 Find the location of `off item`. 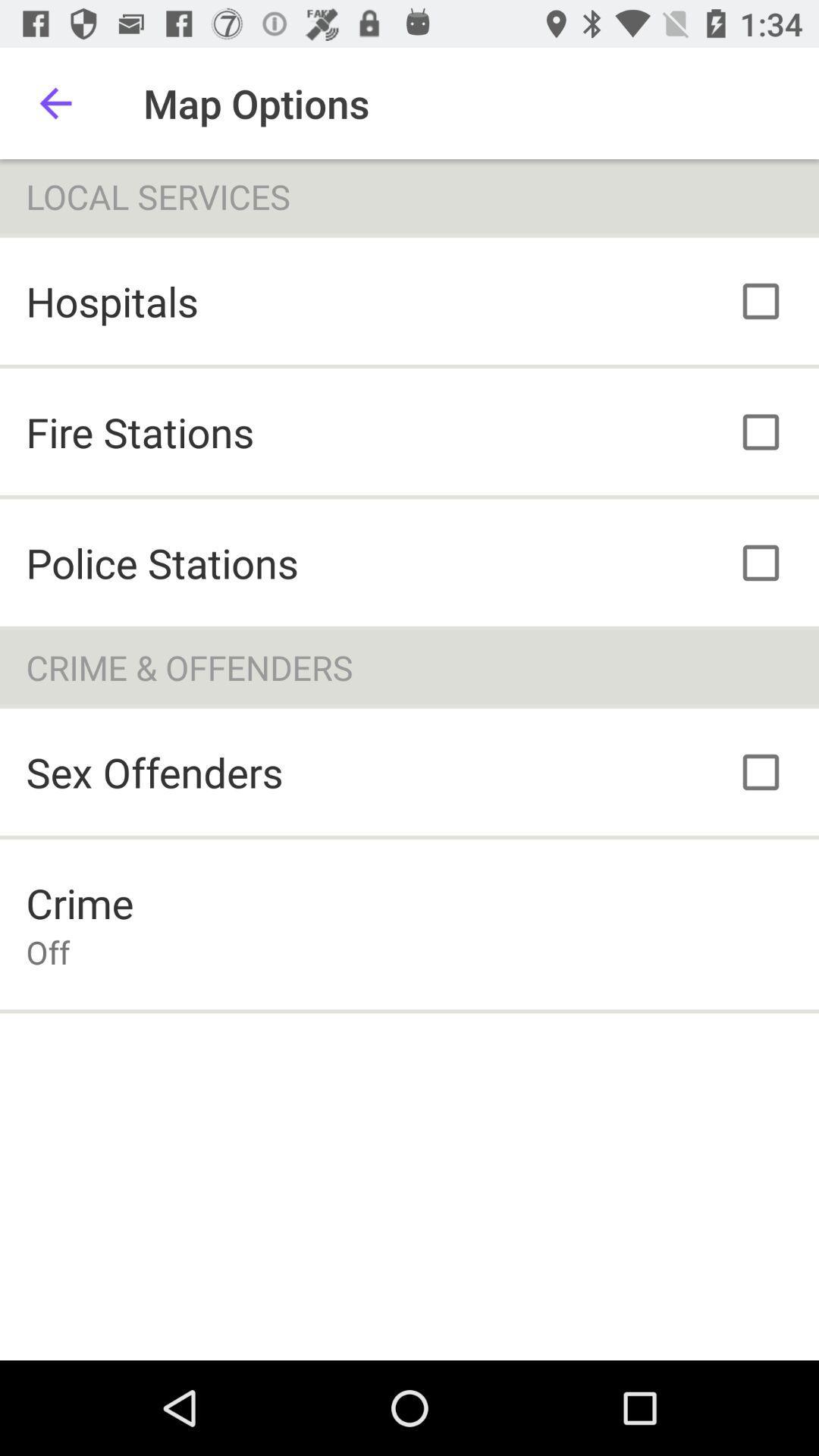

off item is located at coordinates (47, 951).